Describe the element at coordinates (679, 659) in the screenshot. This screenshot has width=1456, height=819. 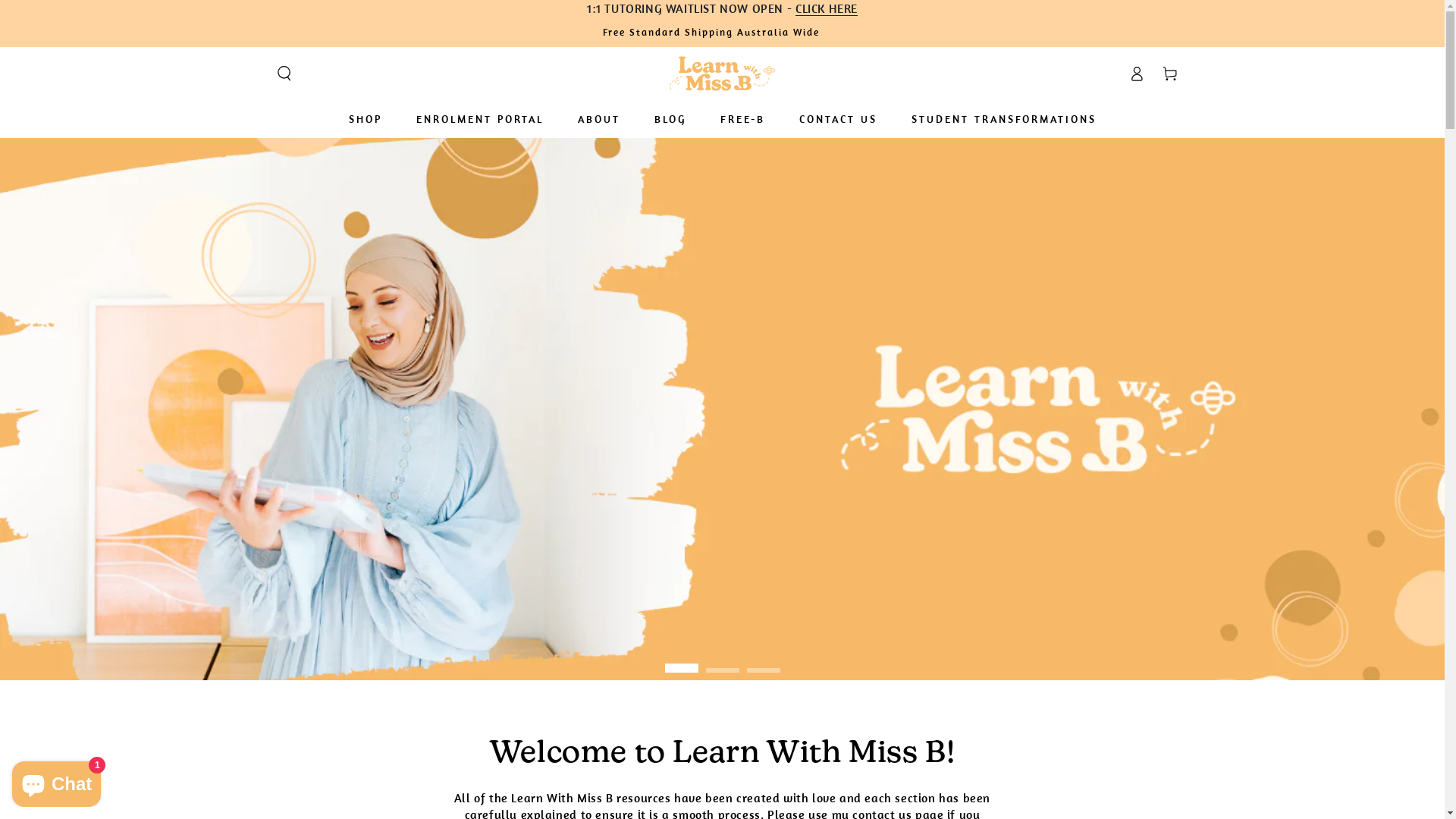
I see `'View slide 1'` at that location.